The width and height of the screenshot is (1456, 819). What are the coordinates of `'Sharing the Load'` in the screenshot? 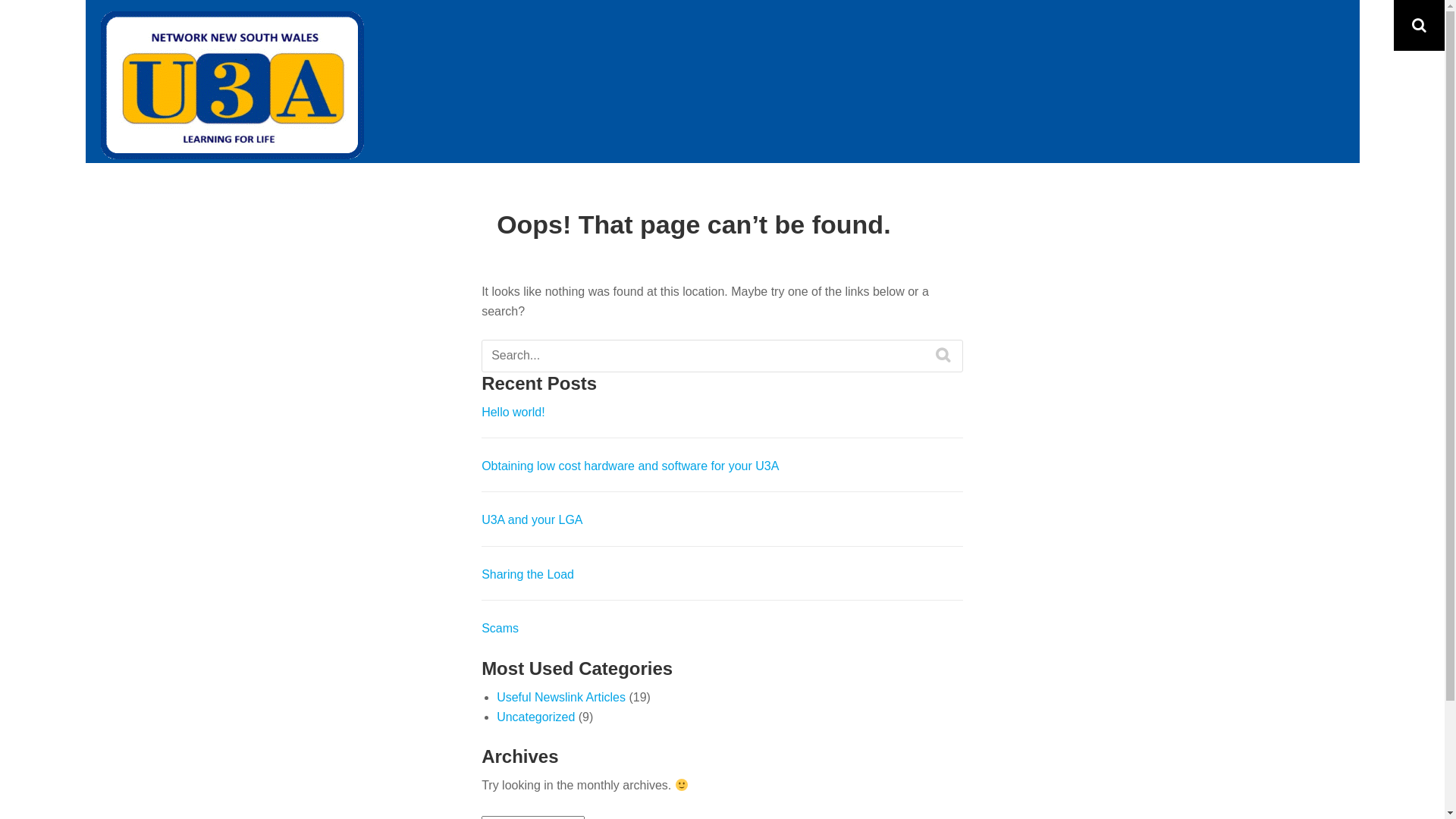 It's located at (528, 574).